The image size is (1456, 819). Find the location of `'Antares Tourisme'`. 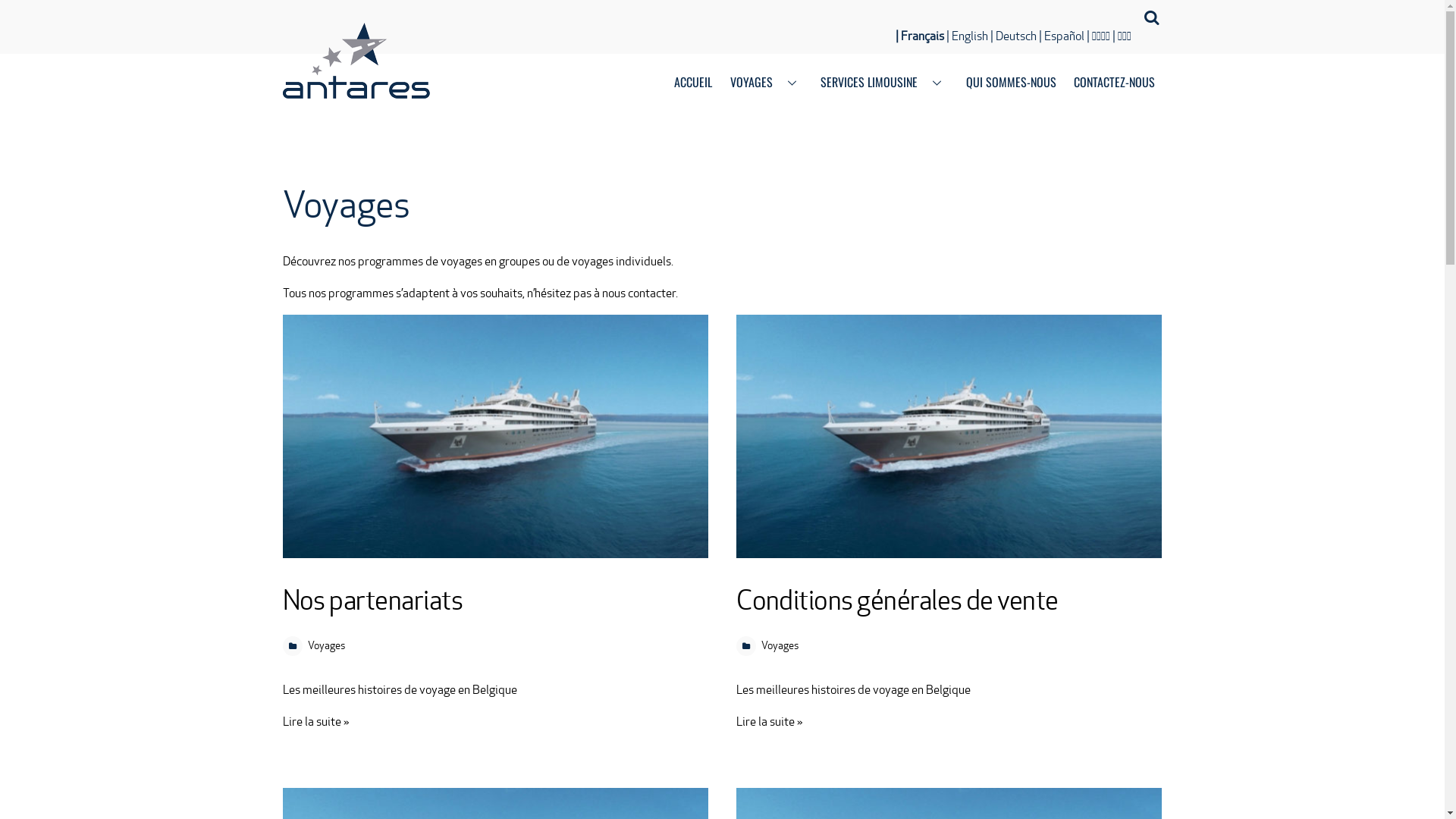

'Antares Tourisme' is located at coordinates (355, 86).